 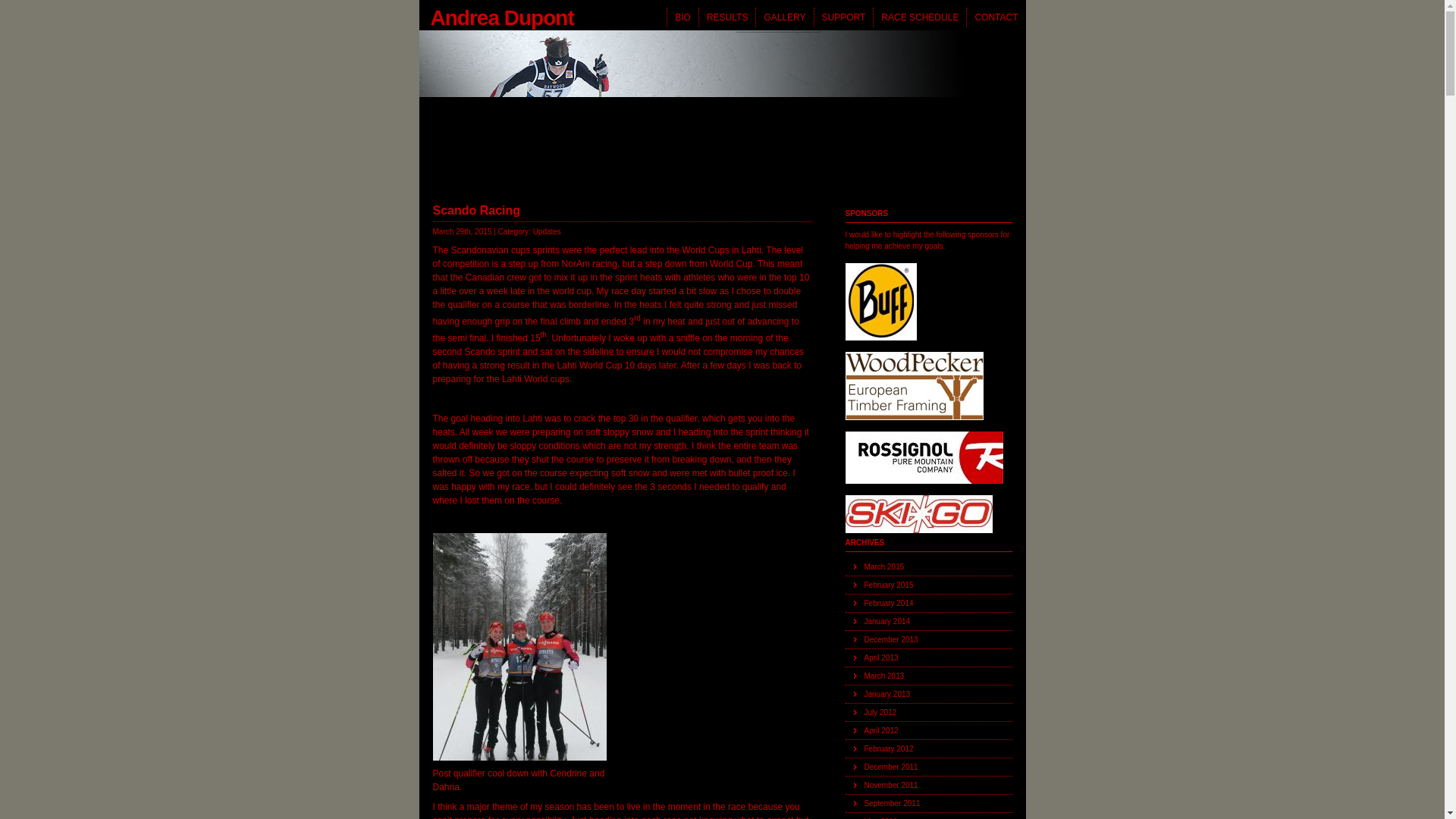 I want to click on 'Andrea Dupont', so click(x=419, y=14).